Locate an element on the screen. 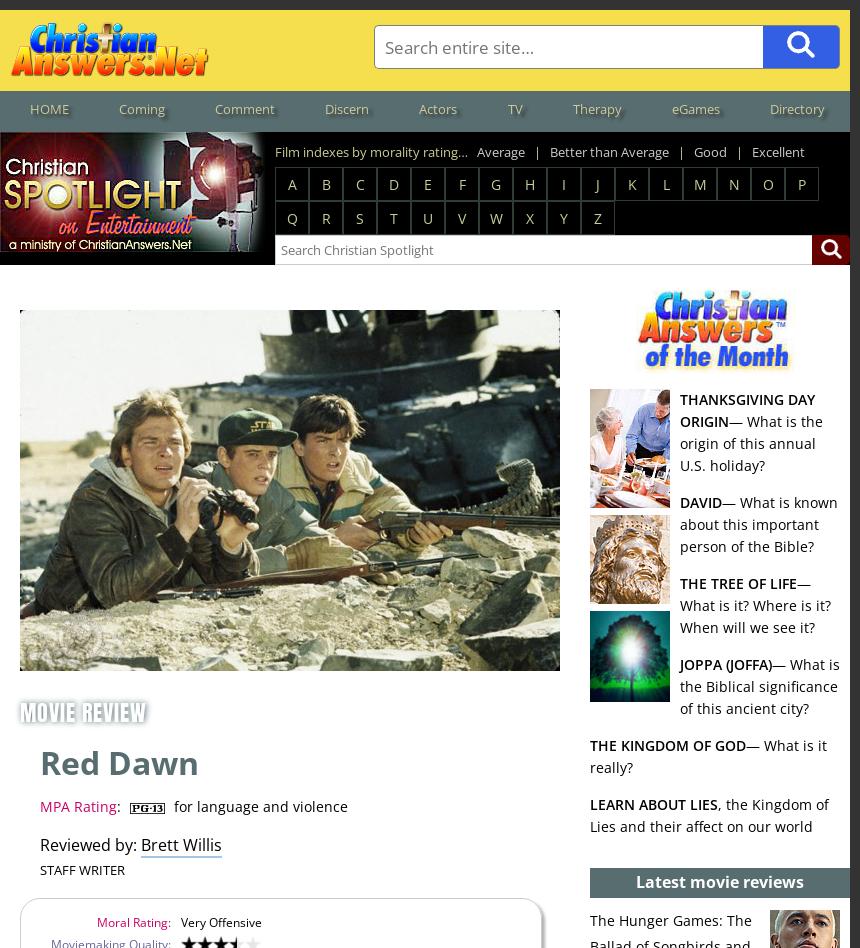  '— What is known about this important person of the Bible?' is located at coordinates (759, 523).